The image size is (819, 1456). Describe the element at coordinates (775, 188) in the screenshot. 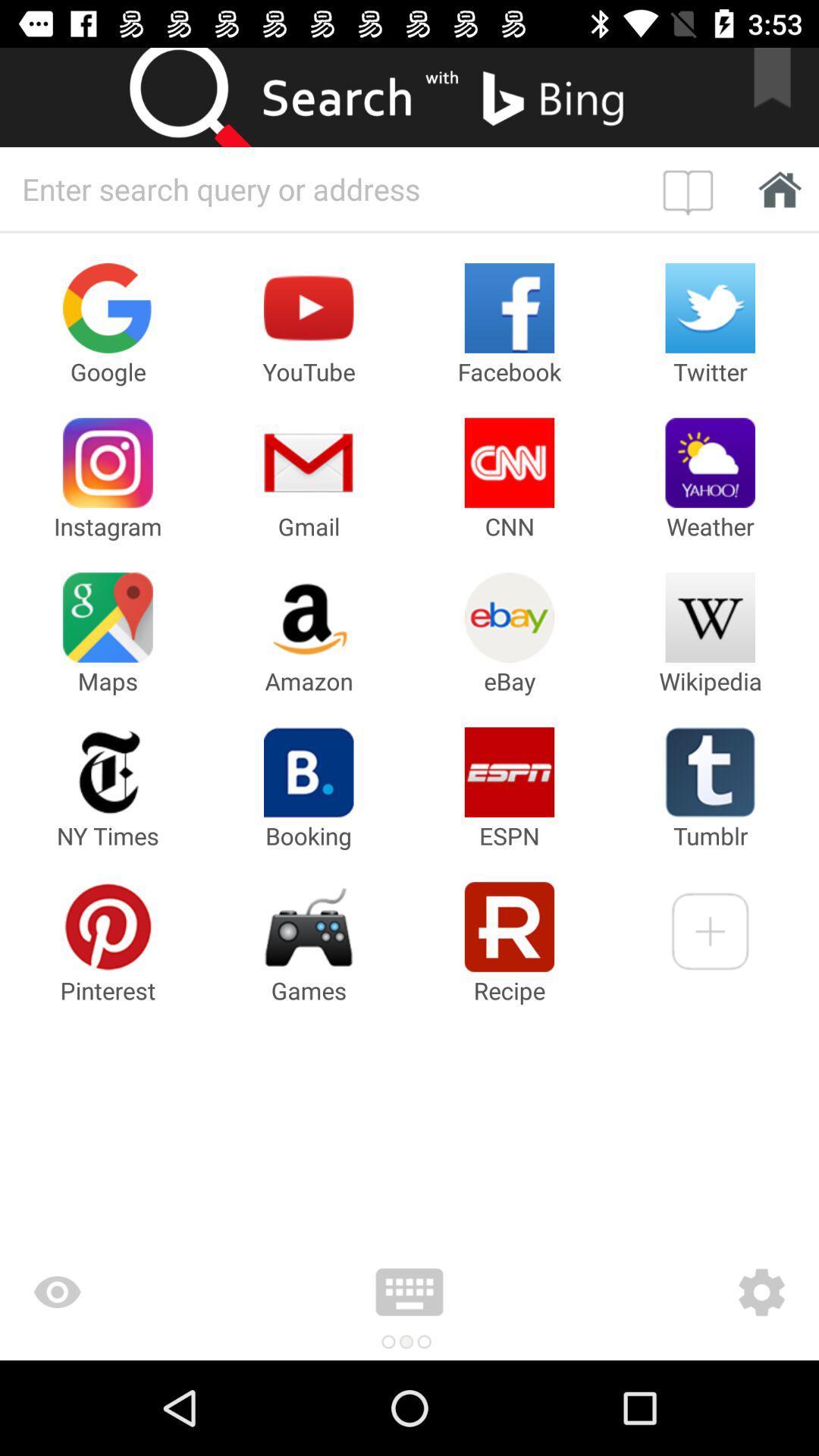

I see `the home icon` at that location.